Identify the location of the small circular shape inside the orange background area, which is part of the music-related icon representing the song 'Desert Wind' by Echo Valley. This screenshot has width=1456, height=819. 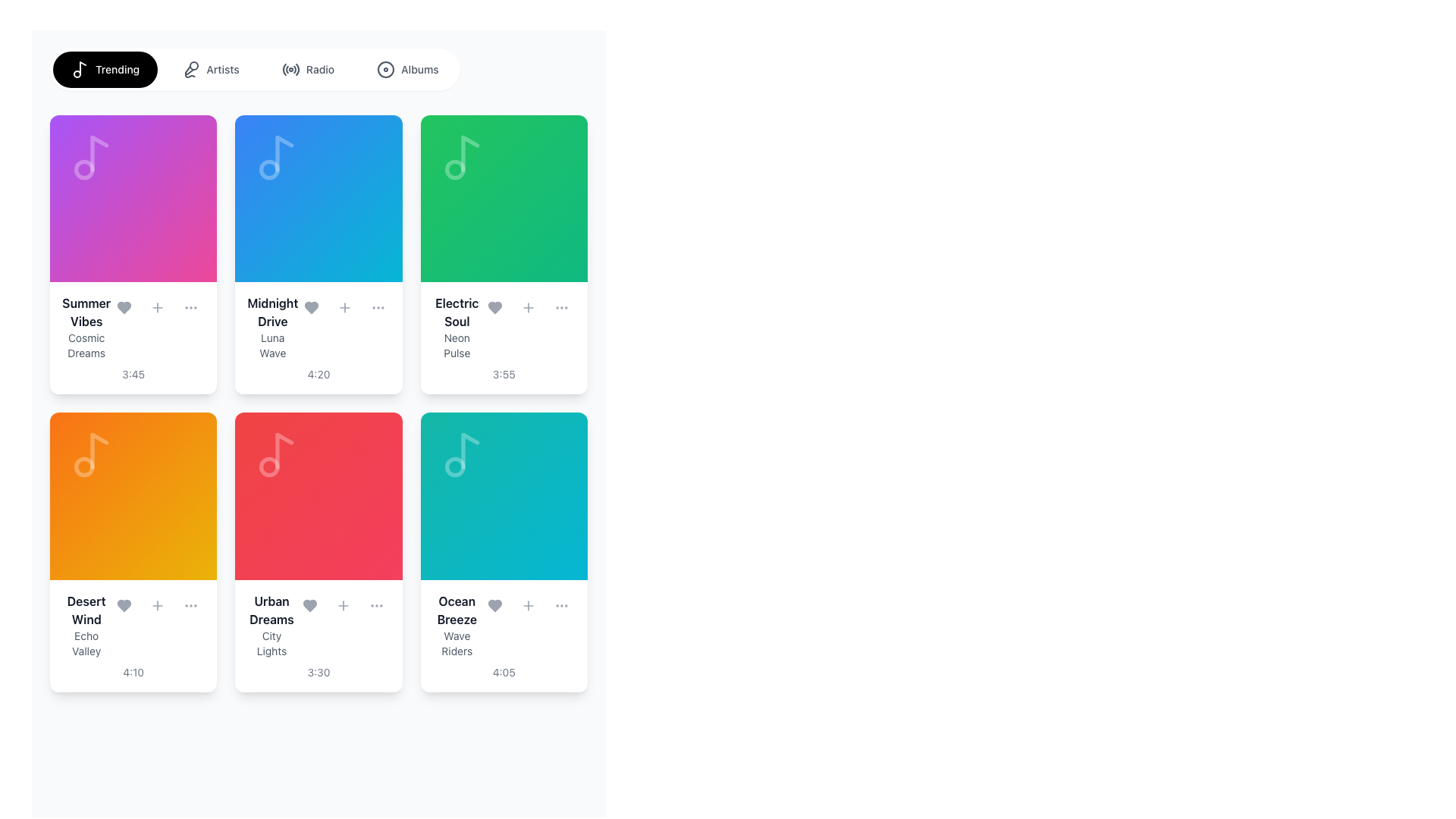
(83, 466).